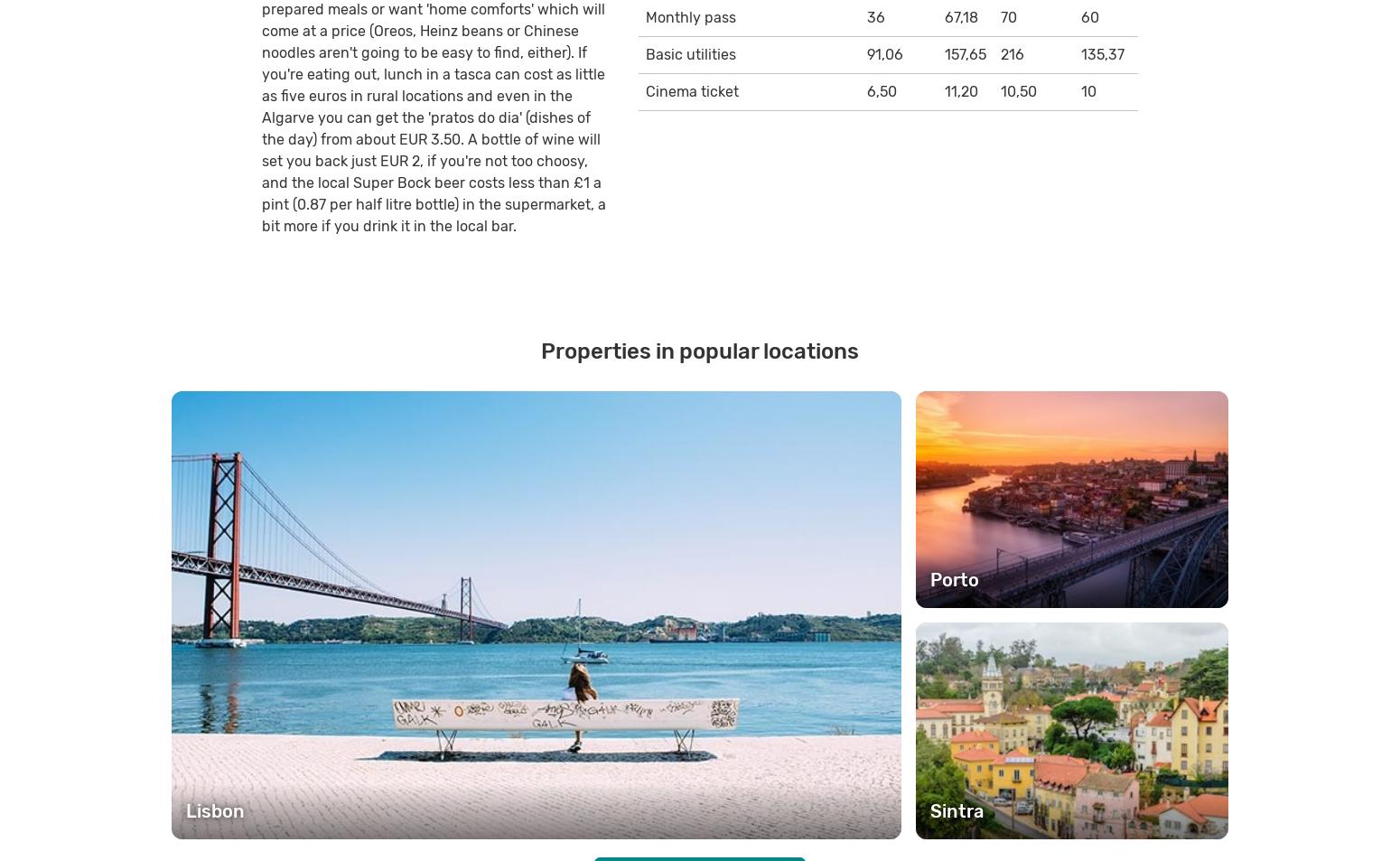  I want to click on '135,37', so click(1102, 52).